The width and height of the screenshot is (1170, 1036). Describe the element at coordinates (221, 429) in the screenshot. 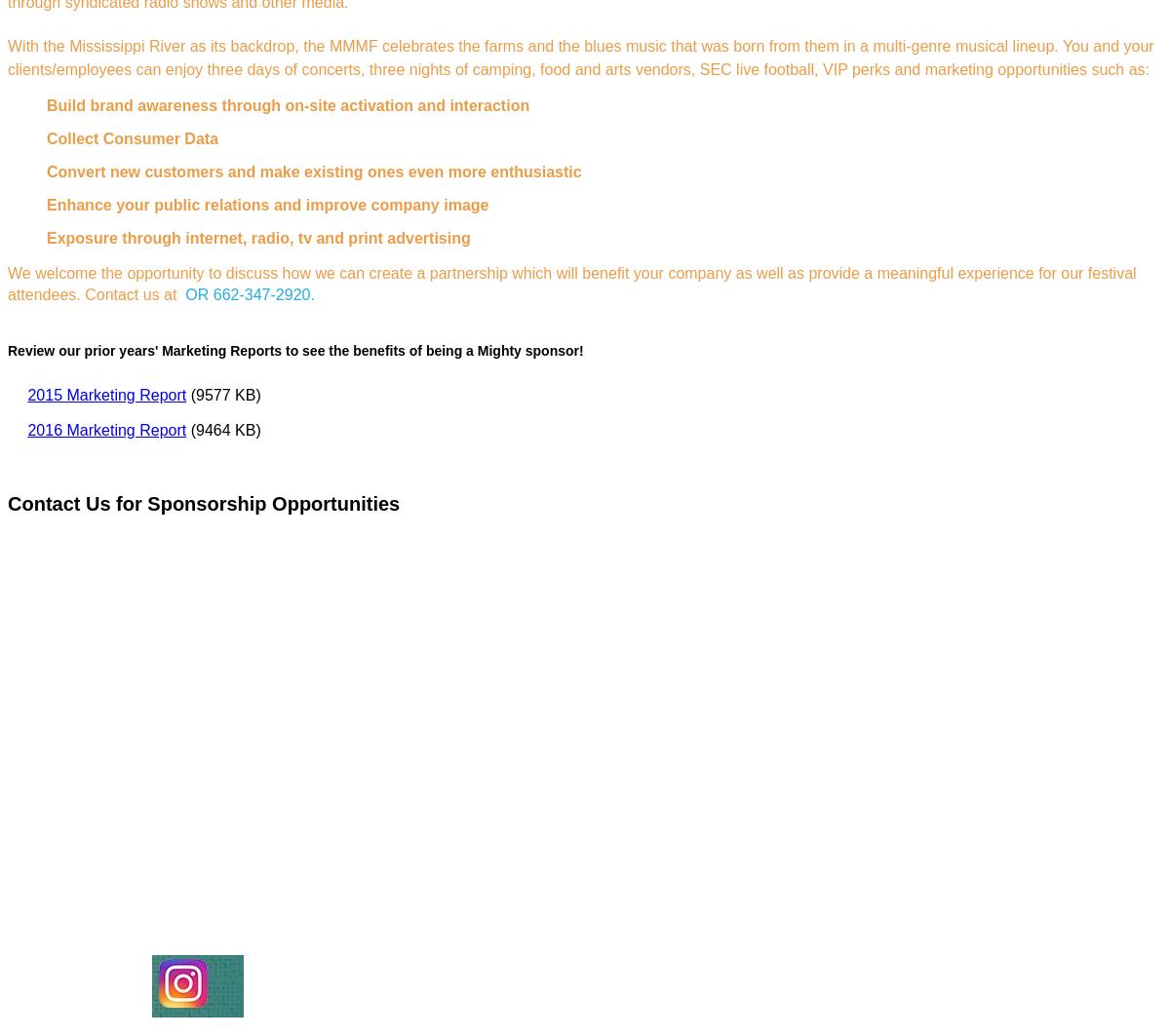

I see `'(9464 KB)'` at that location.